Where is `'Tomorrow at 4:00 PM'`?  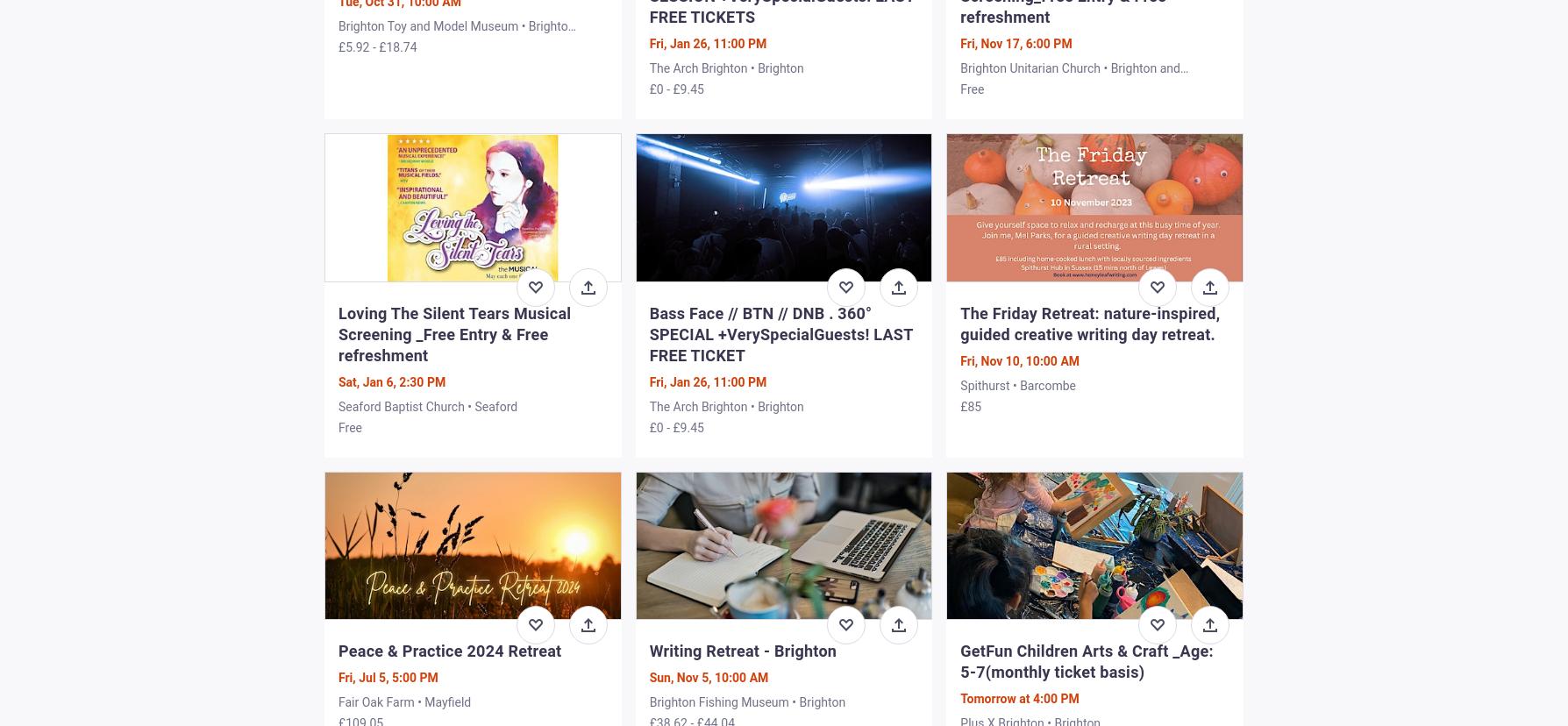
'Tomorrow at 4:00 PM' is located at coordinates (1018, 697).